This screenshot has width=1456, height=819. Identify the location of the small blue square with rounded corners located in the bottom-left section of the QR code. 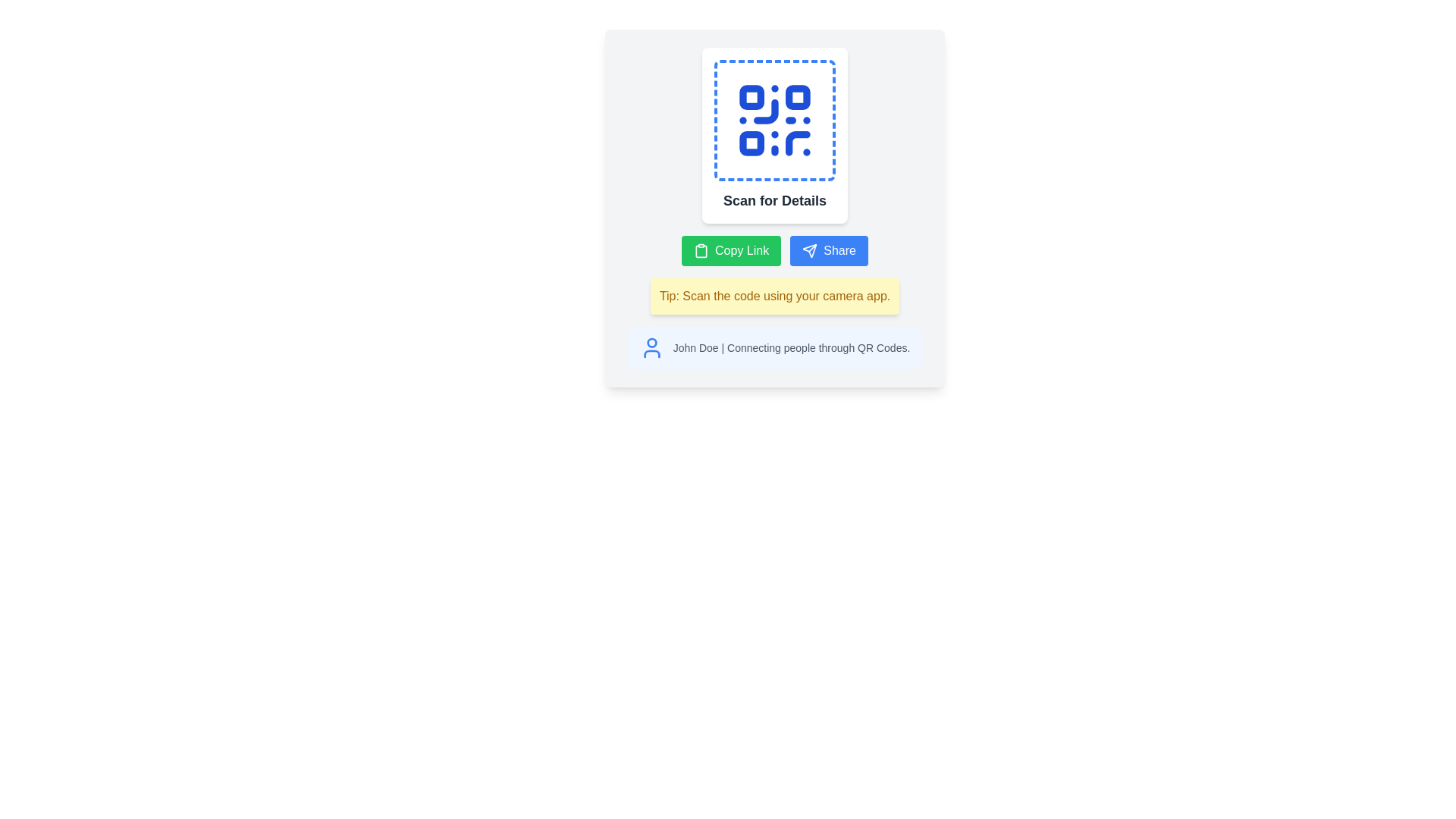
(752, 143).